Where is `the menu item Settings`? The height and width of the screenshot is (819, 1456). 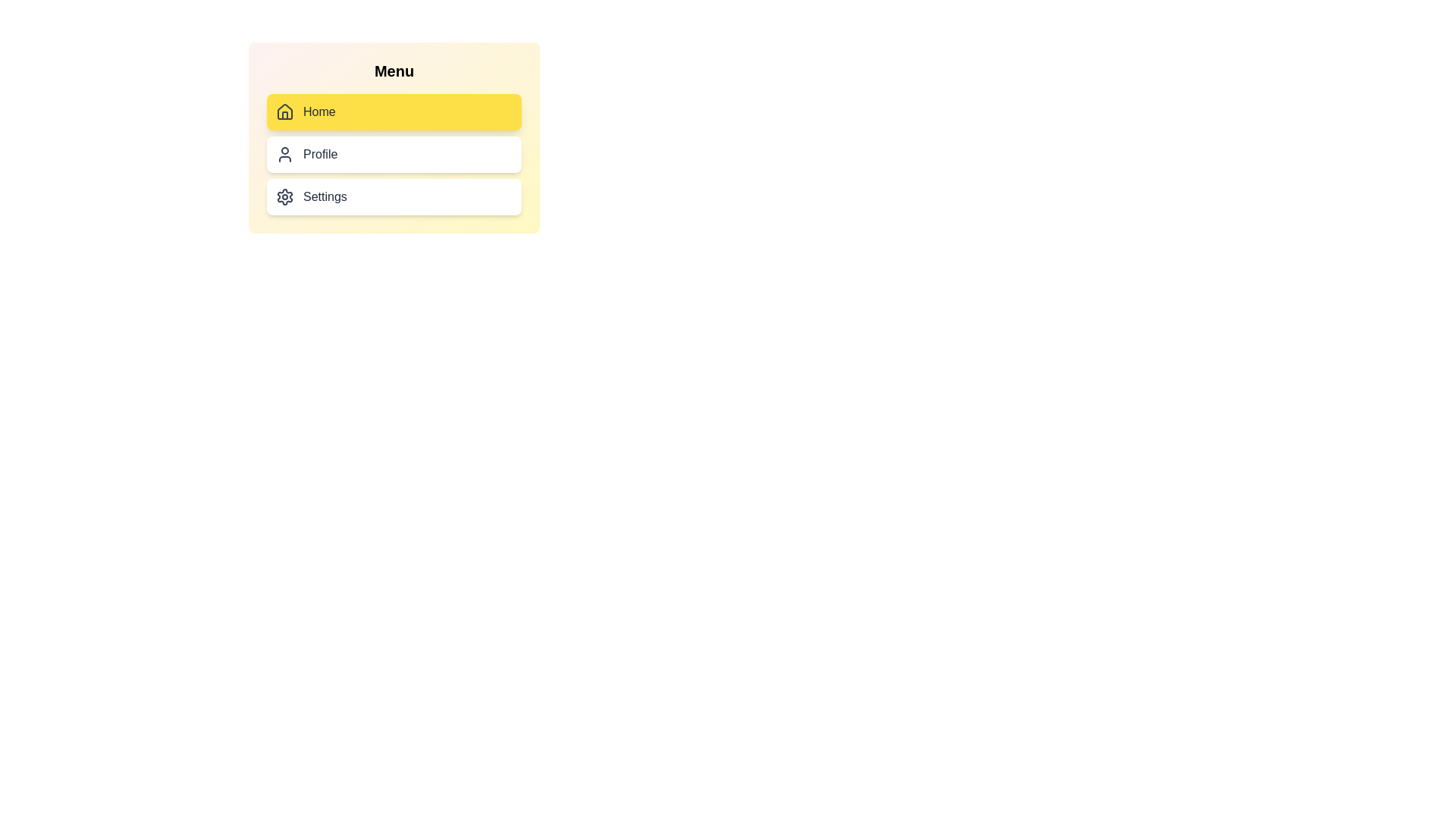 the menu item Settings is located at coordinates (394, 196).